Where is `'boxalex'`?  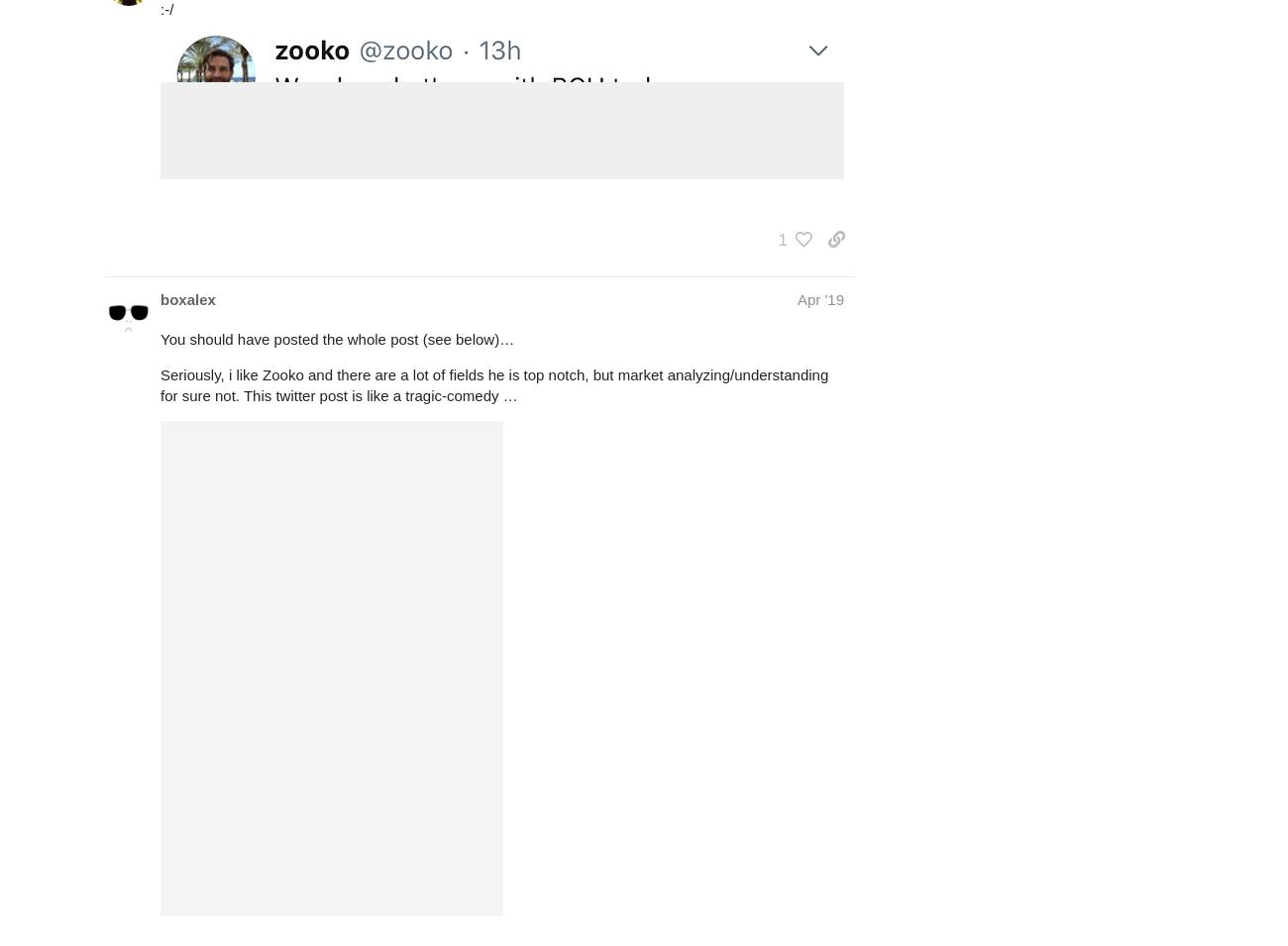 'boxalex' is located at coordinates (187, 299).